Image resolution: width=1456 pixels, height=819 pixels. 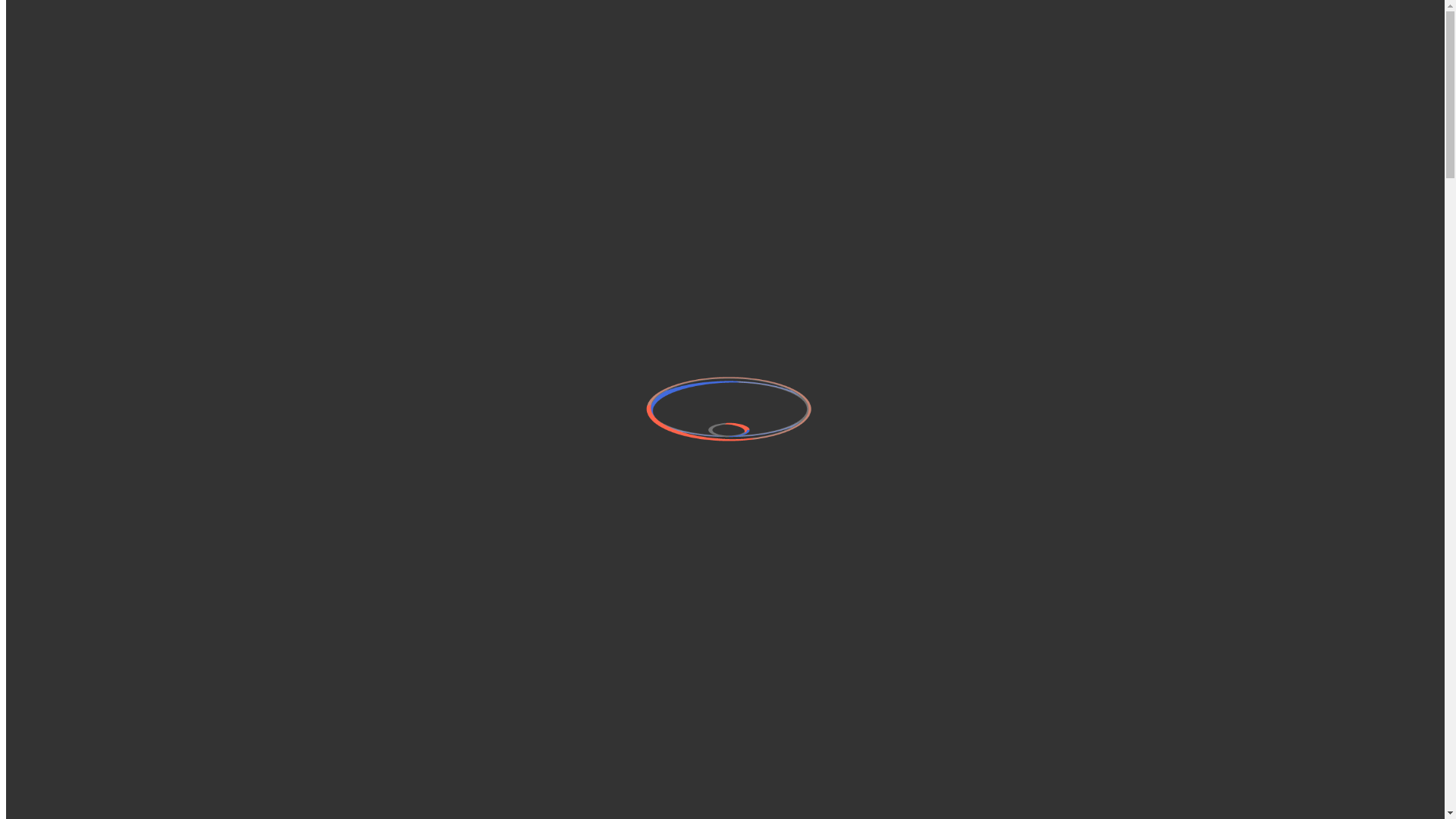 What do you see at coordinates (6, 16) in the screenshot?
I see `'Skip to main content'` at bounding box center [6, 16].